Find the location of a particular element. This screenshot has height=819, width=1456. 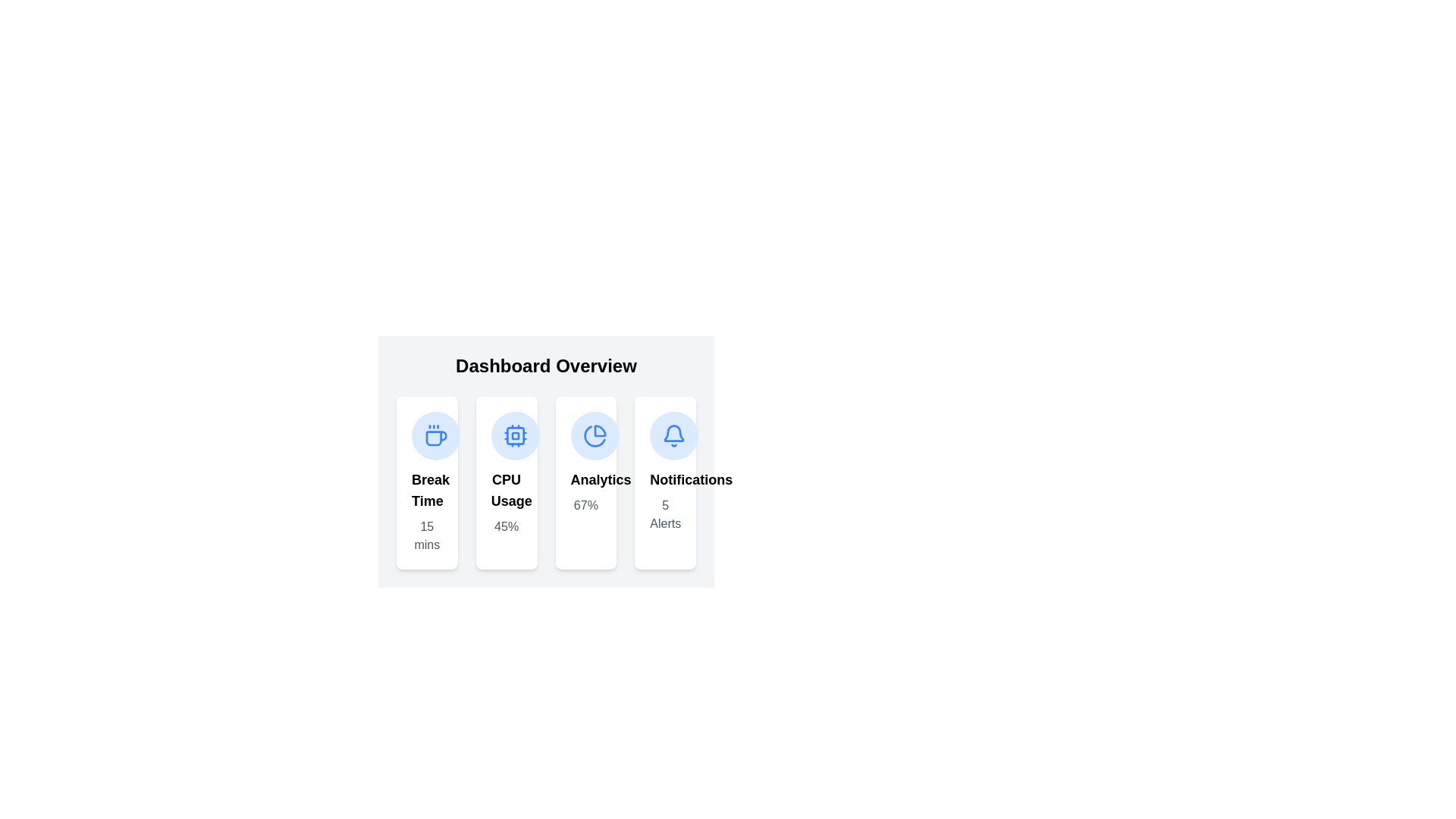

the 'Analytics' informational card, which features a circular blue icon at the top and displays 'Analytics' in bold black text is located at coordinates (585, 482).